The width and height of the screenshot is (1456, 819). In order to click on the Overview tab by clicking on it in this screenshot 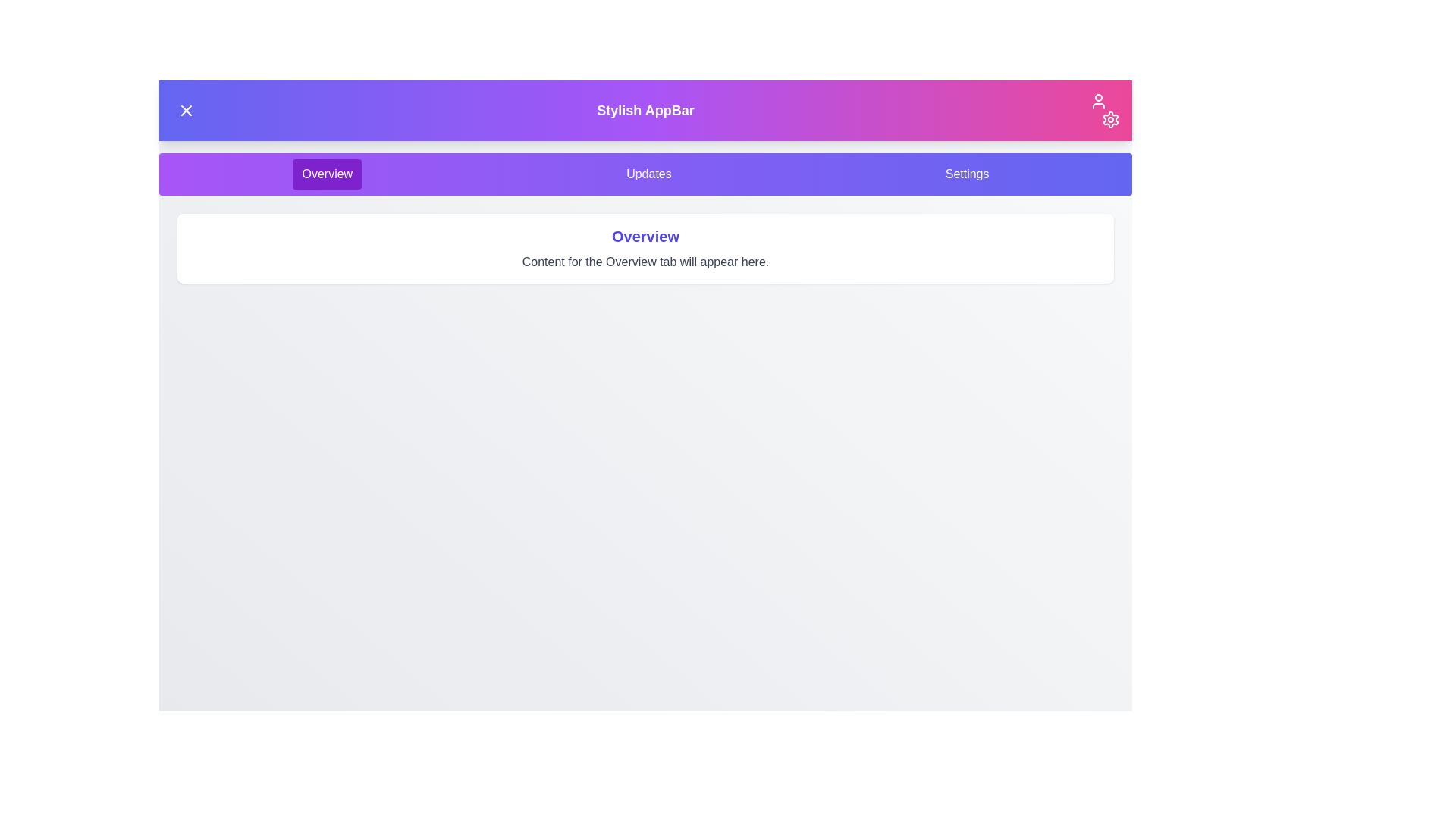, I will do `click(326, 174)`.